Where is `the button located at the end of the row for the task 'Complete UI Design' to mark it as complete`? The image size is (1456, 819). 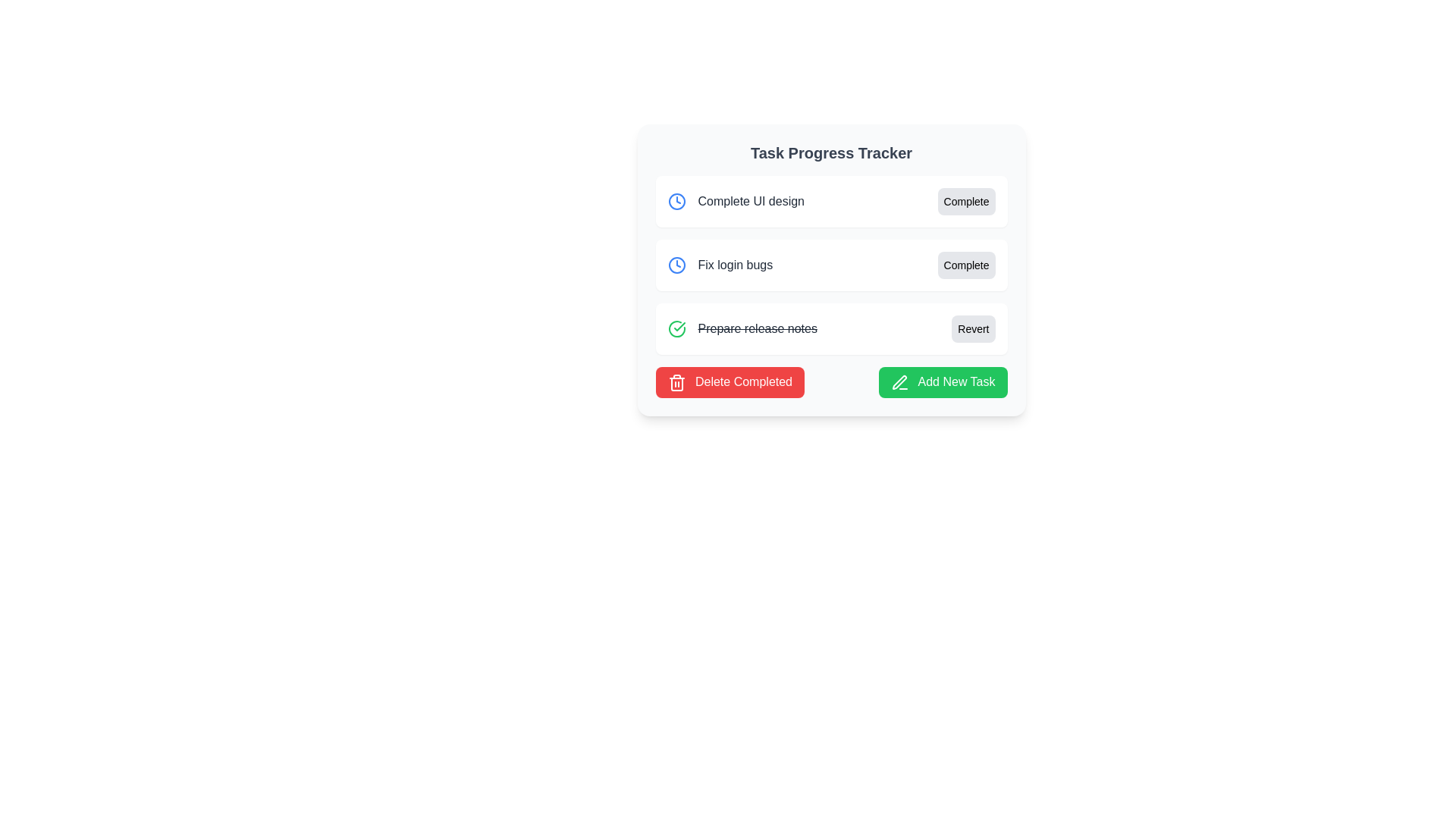 the button located at the end of the row for the task 'Complete UI Design' to mark it as complete is located at coordinates (965, 201).